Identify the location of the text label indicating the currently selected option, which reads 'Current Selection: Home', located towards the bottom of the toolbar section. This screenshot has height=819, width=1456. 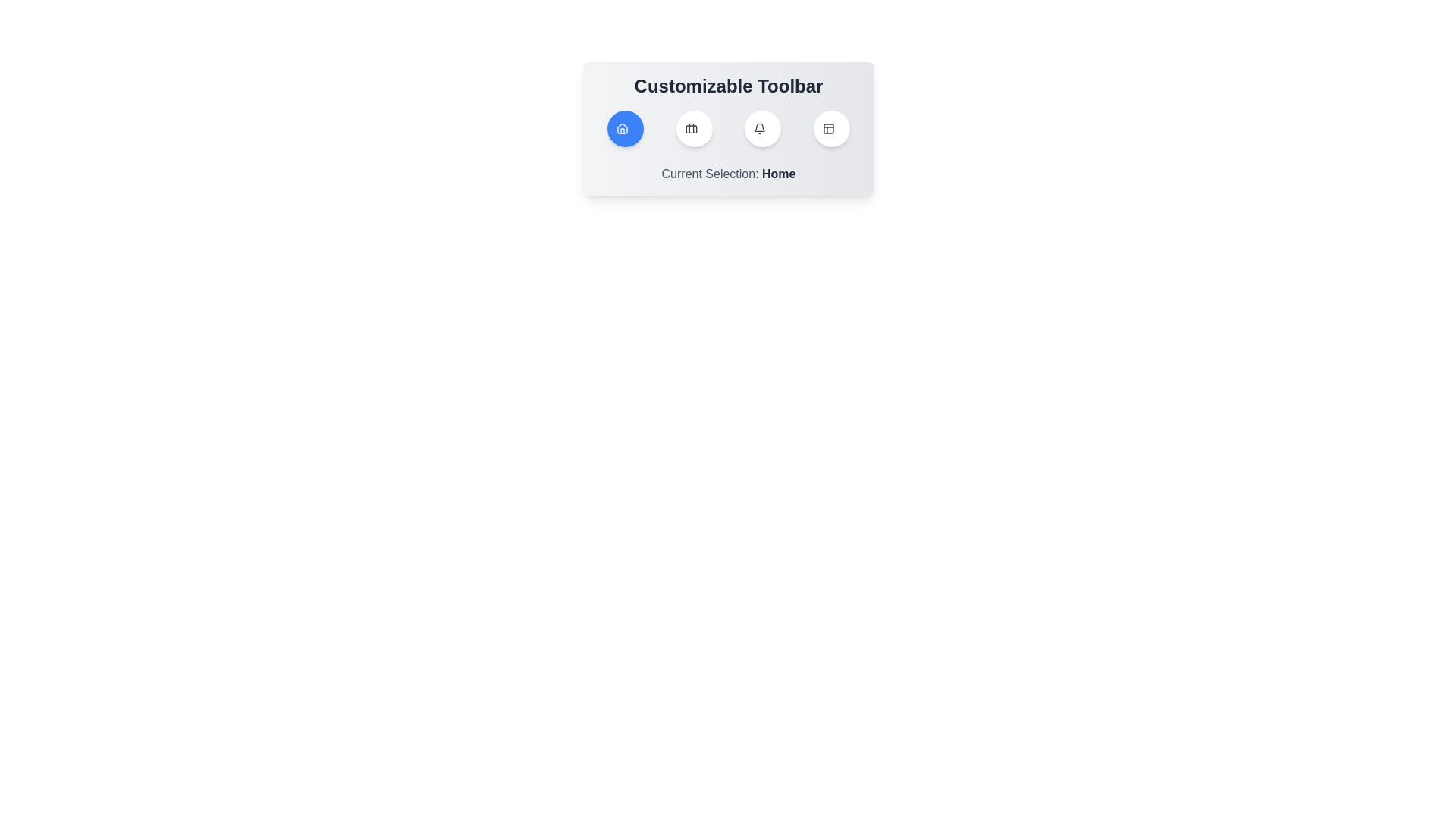
(779, 173).